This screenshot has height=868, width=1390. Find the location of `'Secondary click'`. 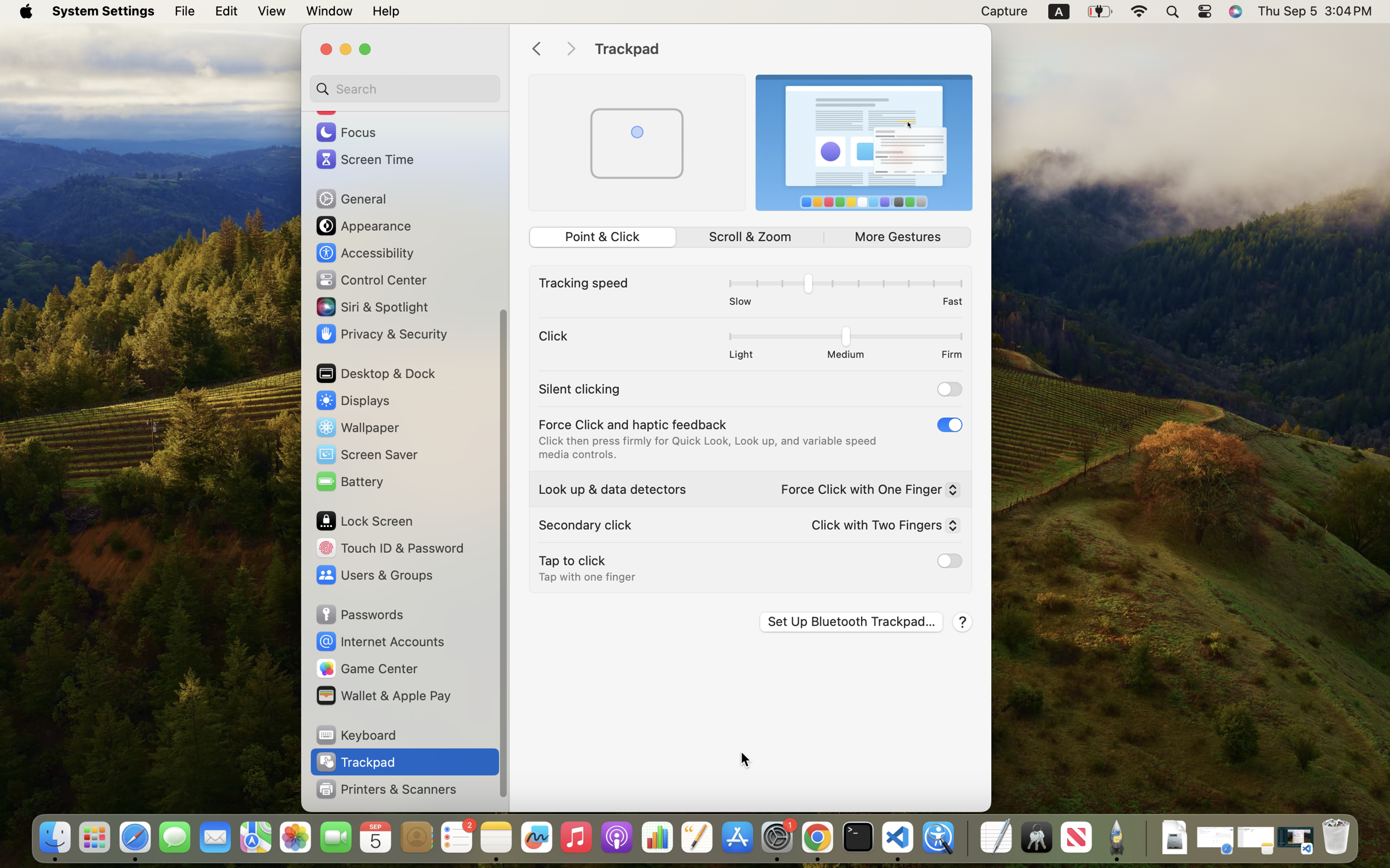

'Secondary click' is located at coordinates (585, 524).